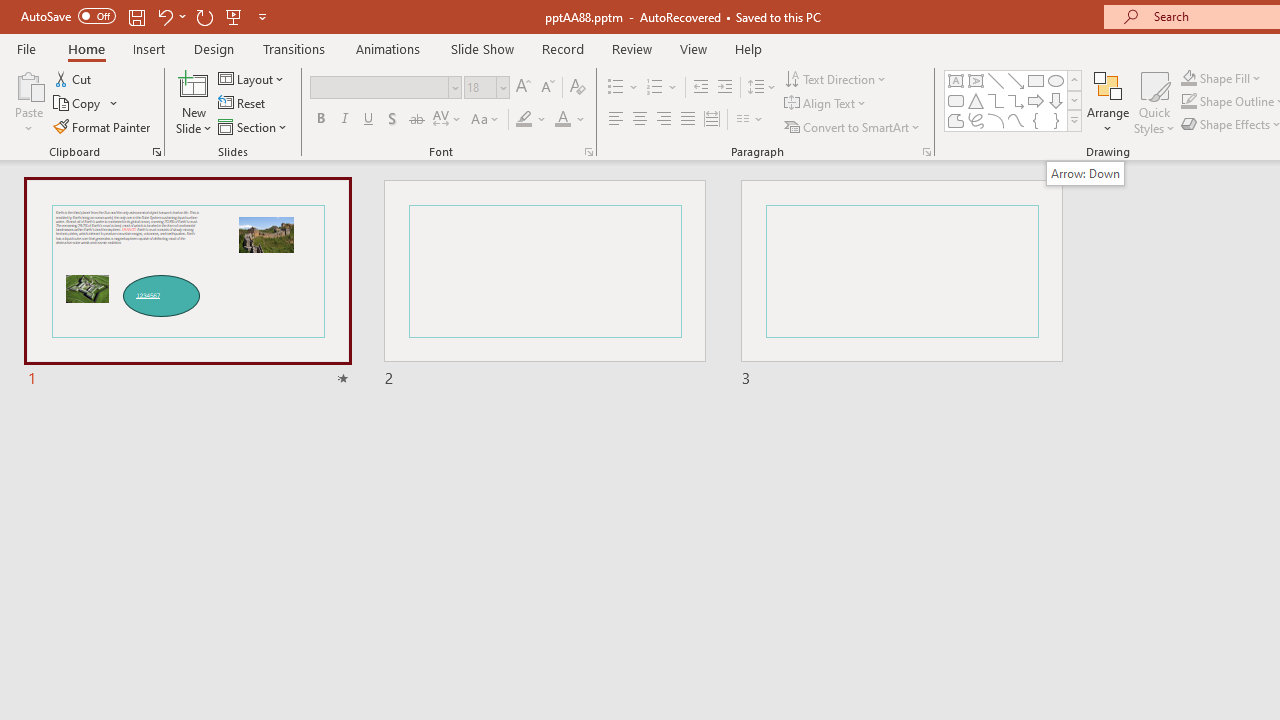 The image size is (1280, 720). Describe the element at coordinates (724, 86) in the screenshot. I see `'Increase Indent'` at that location.